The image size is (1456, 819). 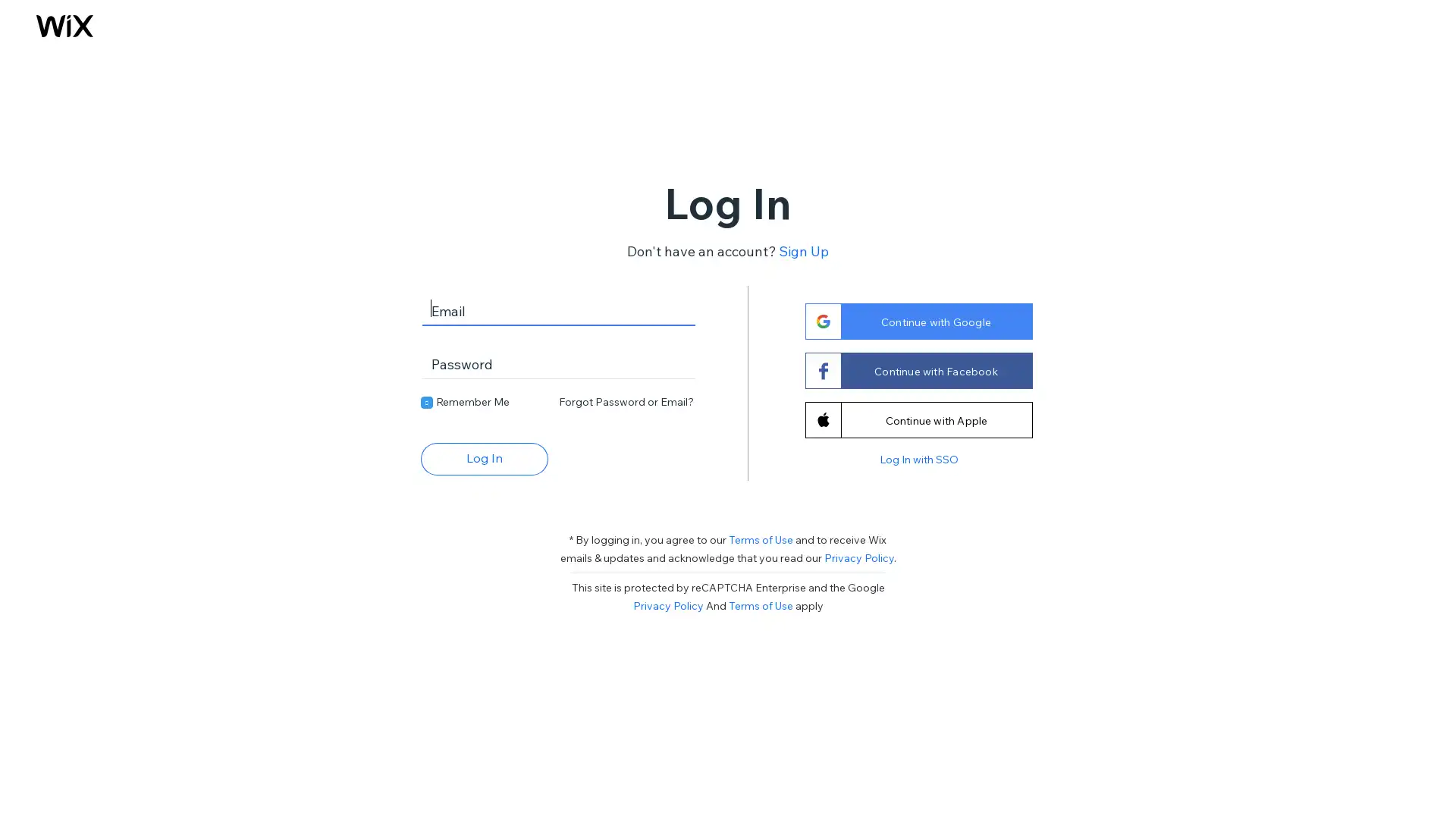 I want to click on Continue with Apple, so click(x=917, y=419).